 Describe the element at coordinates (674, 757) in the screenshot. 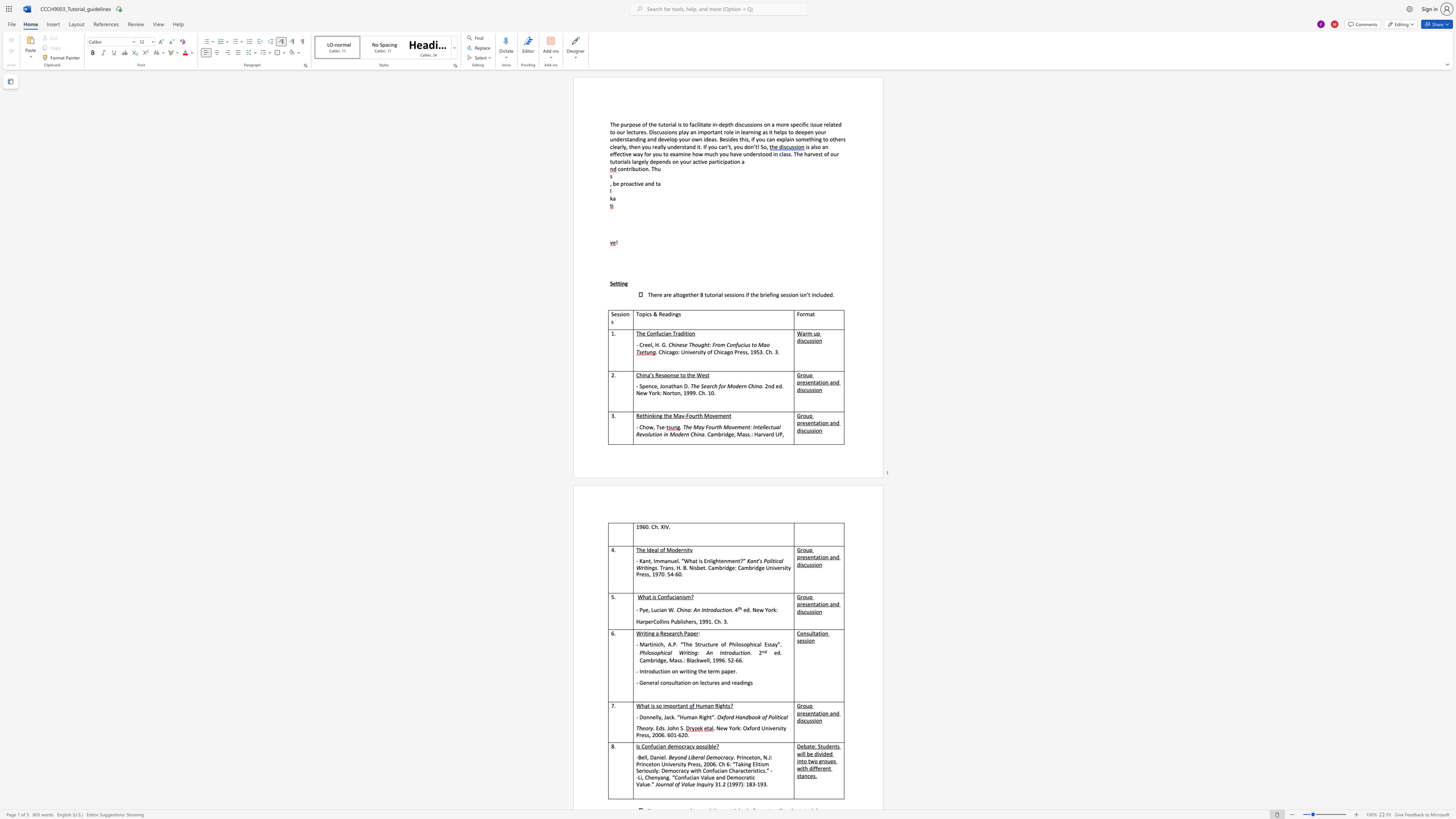

I see `the subset text "yond Liberal" within the text "Beyond Liberal Democracy"` at that location.